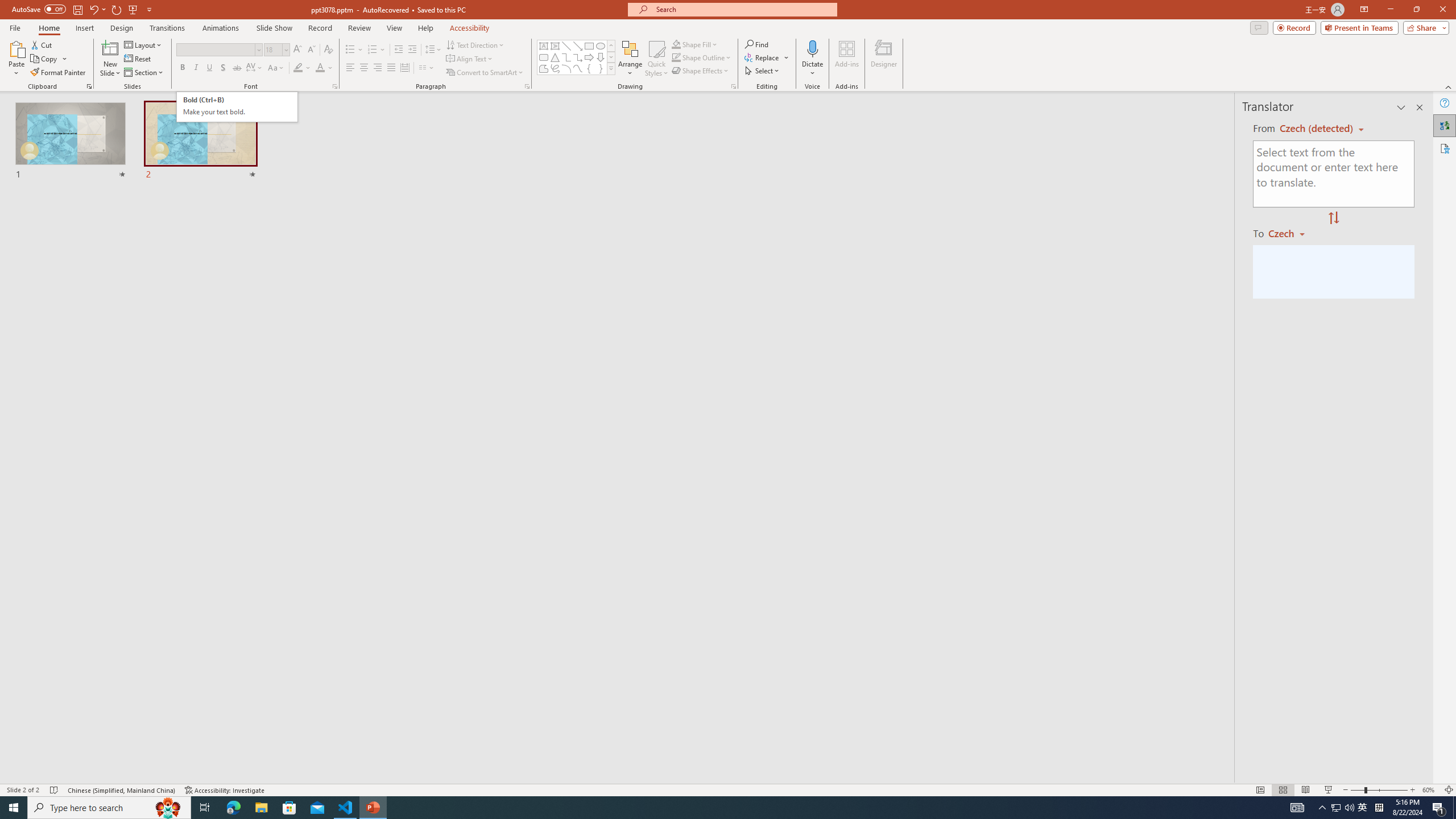  Describe the element at coordinates (554, 68) in the screenshot. I see `'Freeform: Scribble'` at that location.